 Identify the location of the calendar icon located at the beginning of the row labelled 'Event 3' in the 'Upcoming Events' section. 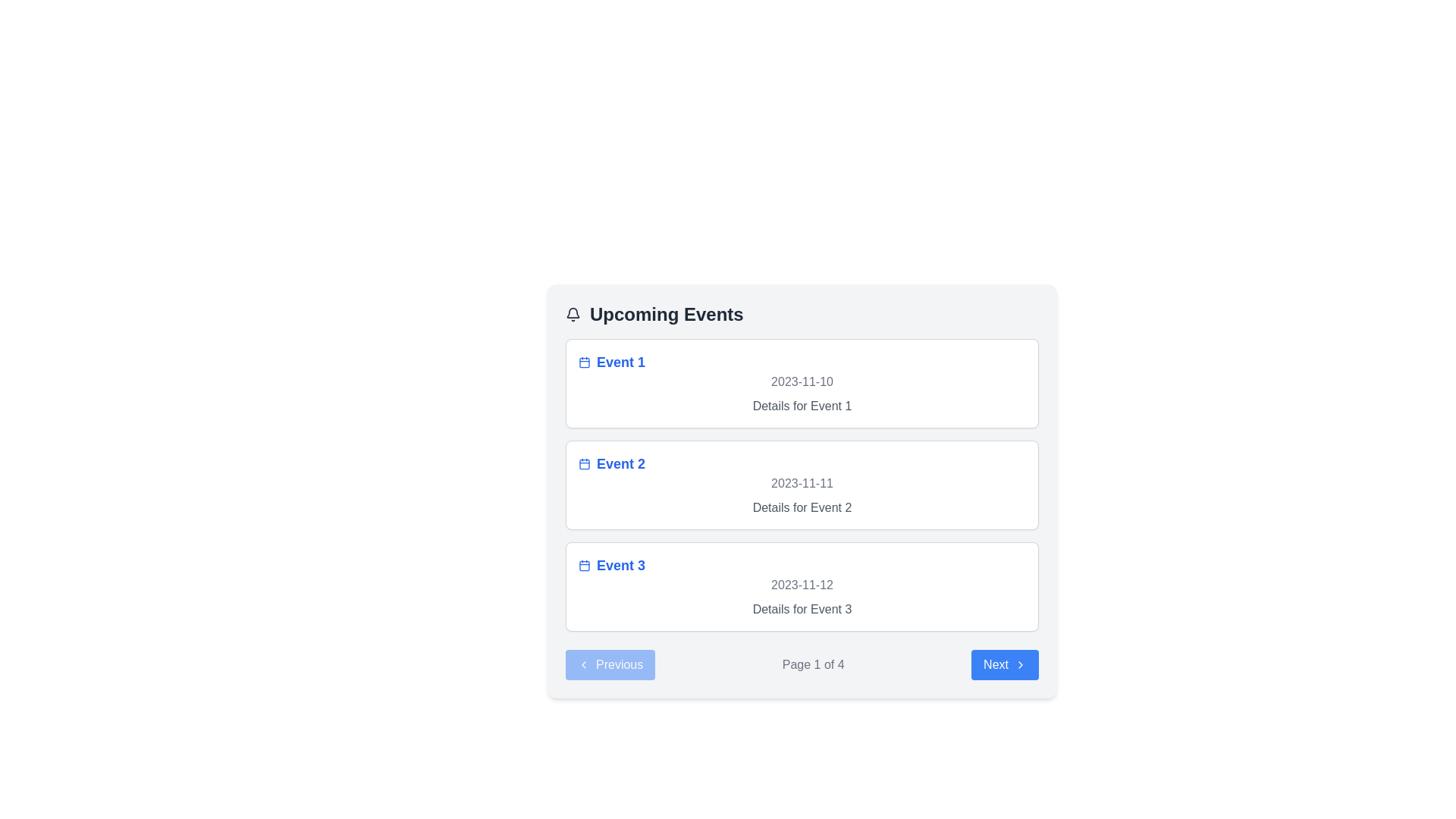
(584, 565).